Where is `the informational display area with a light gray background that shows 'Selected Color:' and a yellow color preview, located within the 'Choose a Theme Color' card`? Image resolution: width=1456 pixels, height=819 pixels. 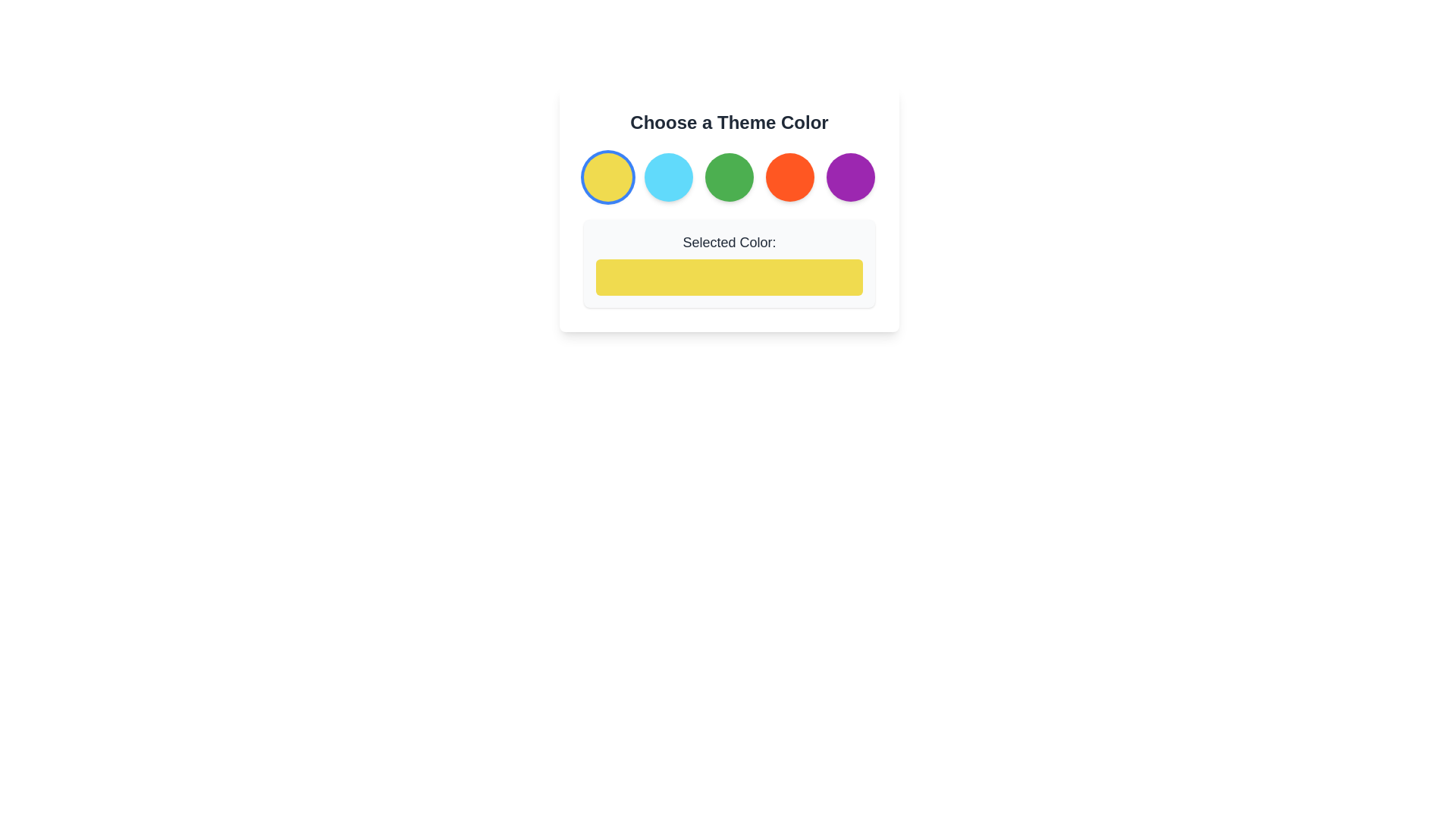
the informational display area with a light gray background that shows 'Selected Color:' and a yellow color preview, located within the 'Choose a Theme Color' card is located at coordinates (729, 262).